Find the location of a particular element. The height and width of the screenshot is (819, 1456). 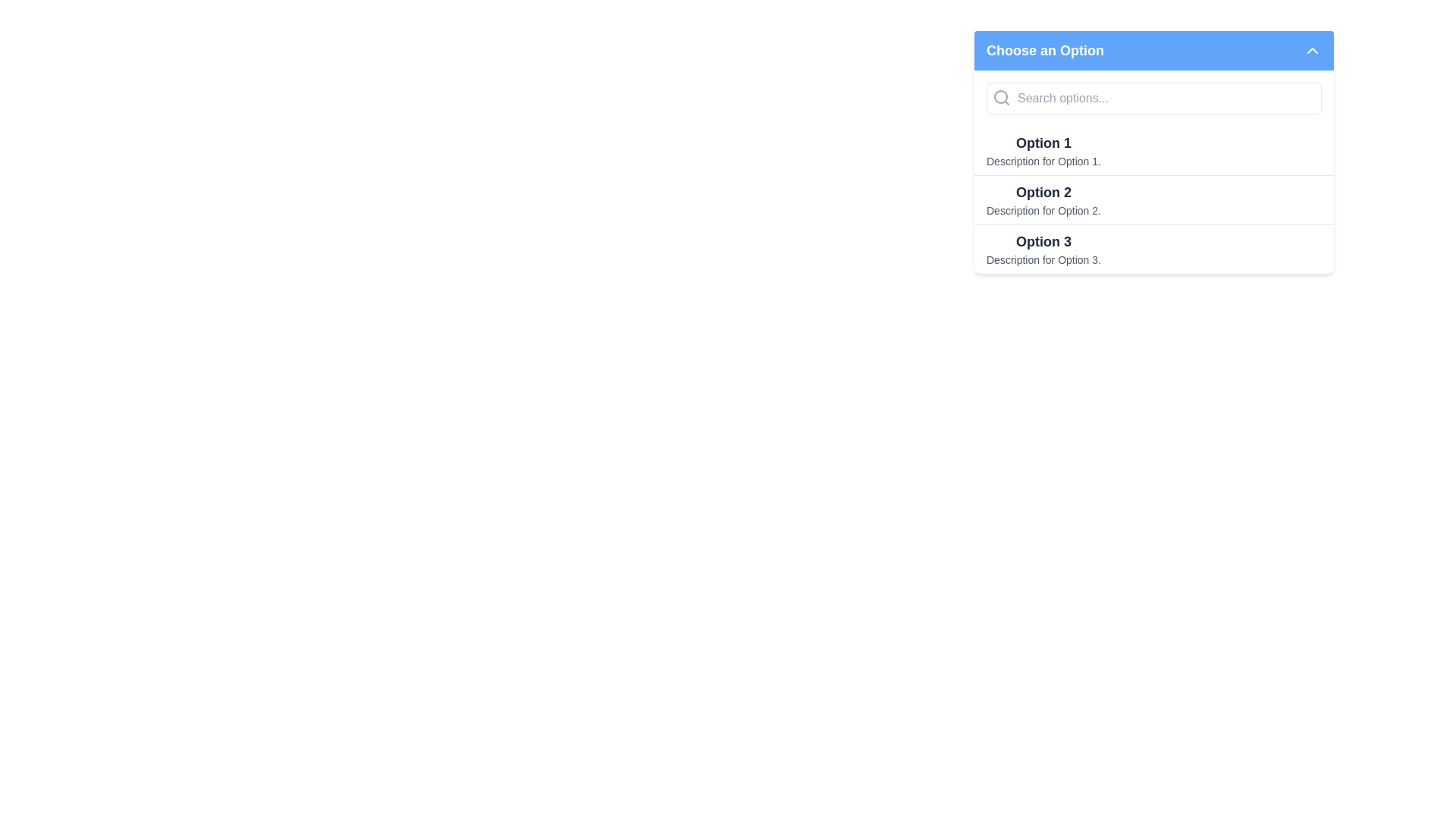

the text label displaying 'Option 1' in a large, bold font at the top of the first item in the dropdown menu is located at coordinates (1043, 143).